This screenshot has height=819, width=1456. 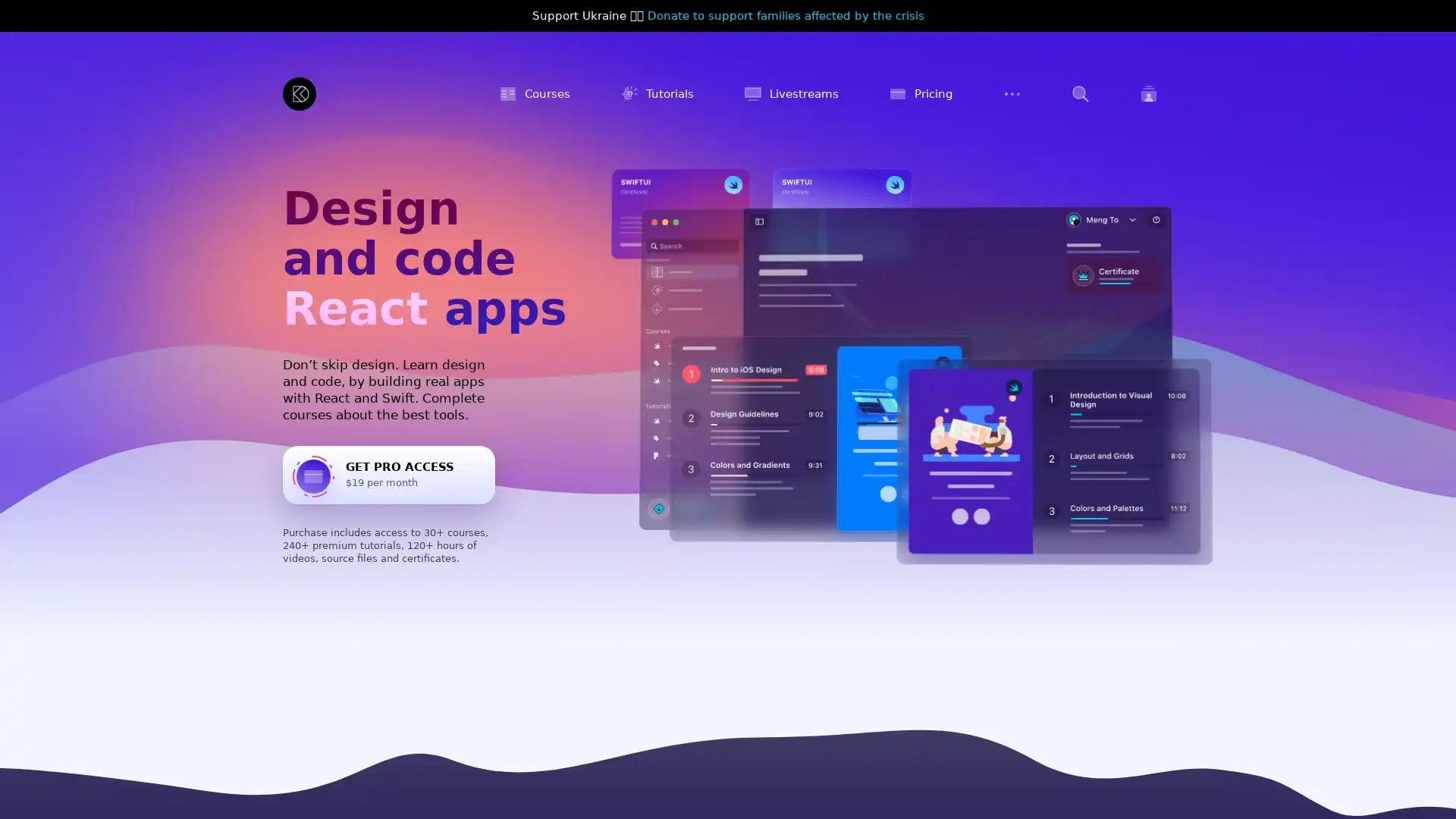 I want to click on undefined icon, so click(x=1149, y=93).